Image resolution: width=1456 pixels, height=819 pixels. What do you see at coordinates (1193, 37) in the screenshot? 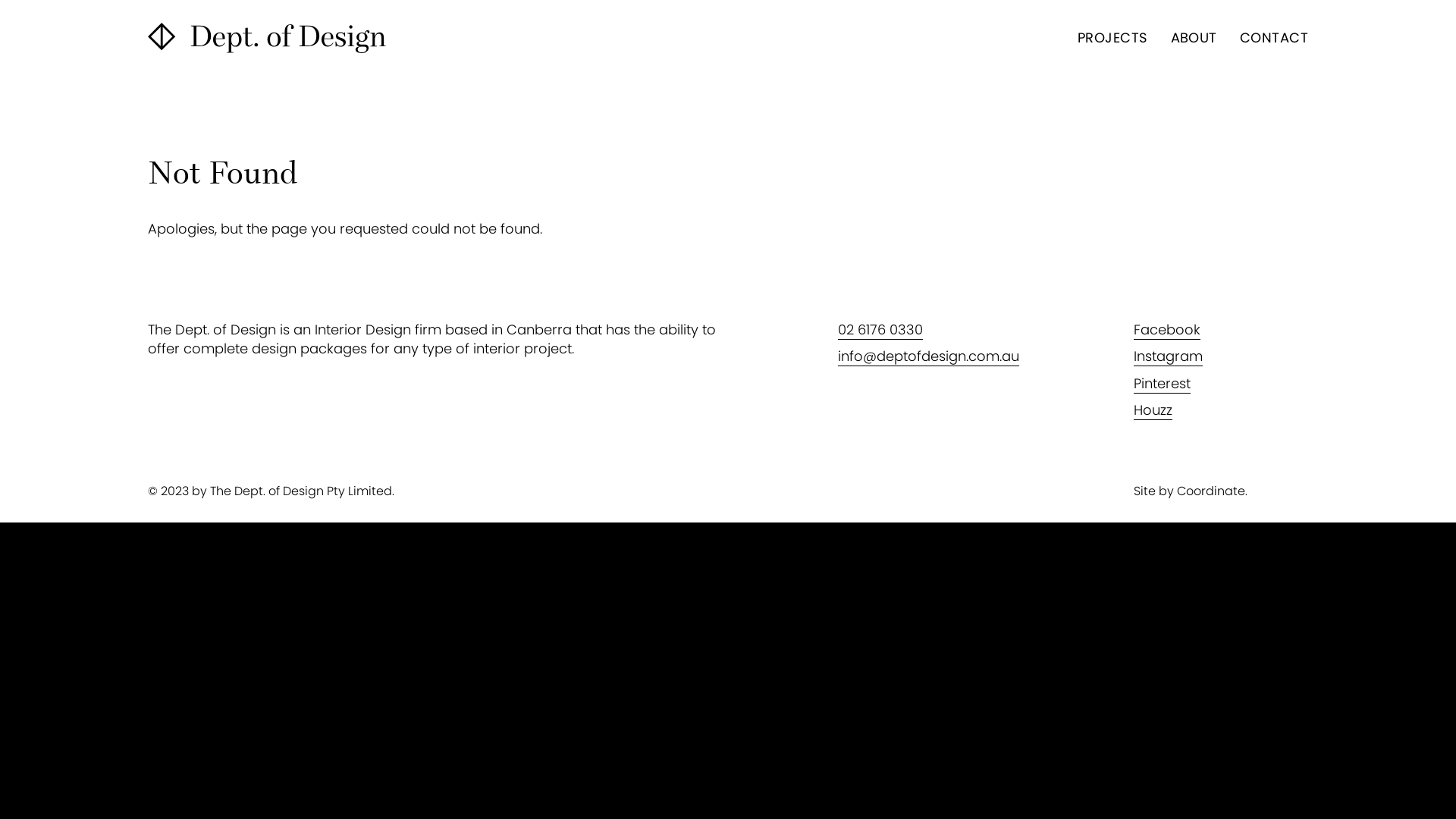
I see `'ABOUT'` at bounding box center [1193, 37].